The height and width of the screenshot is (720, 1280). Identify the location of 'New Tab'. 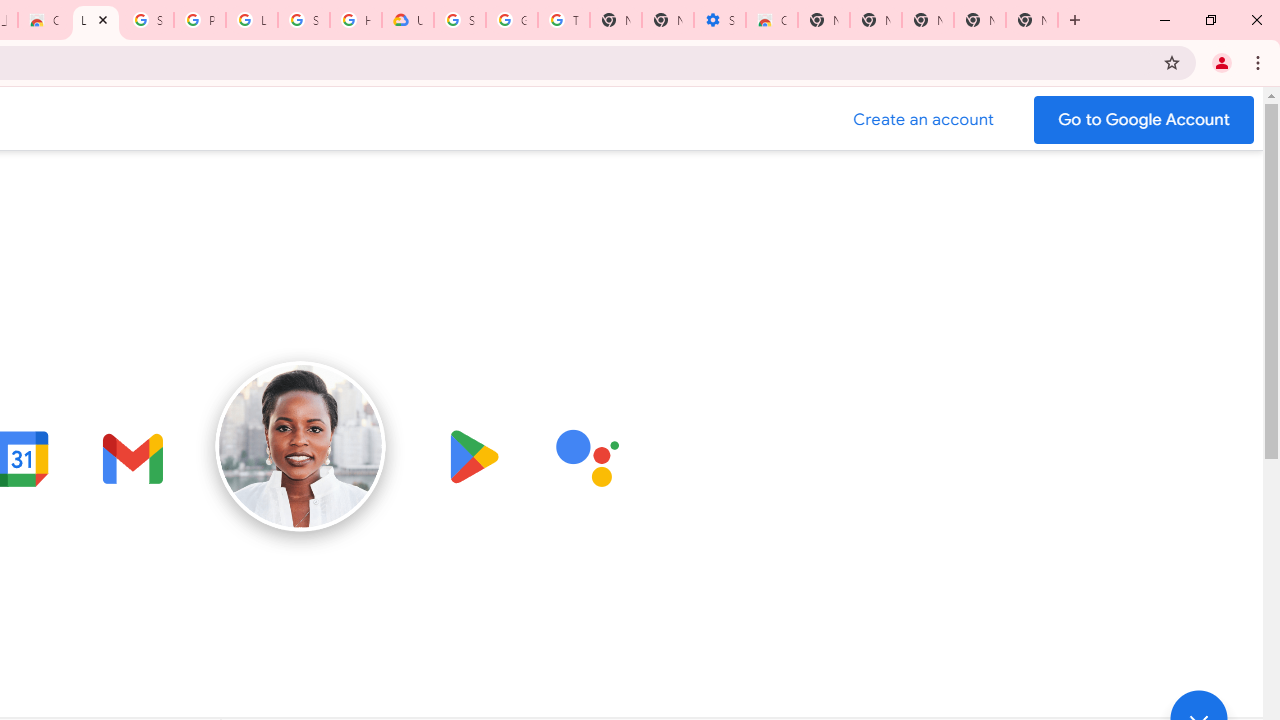
(1074, 20).